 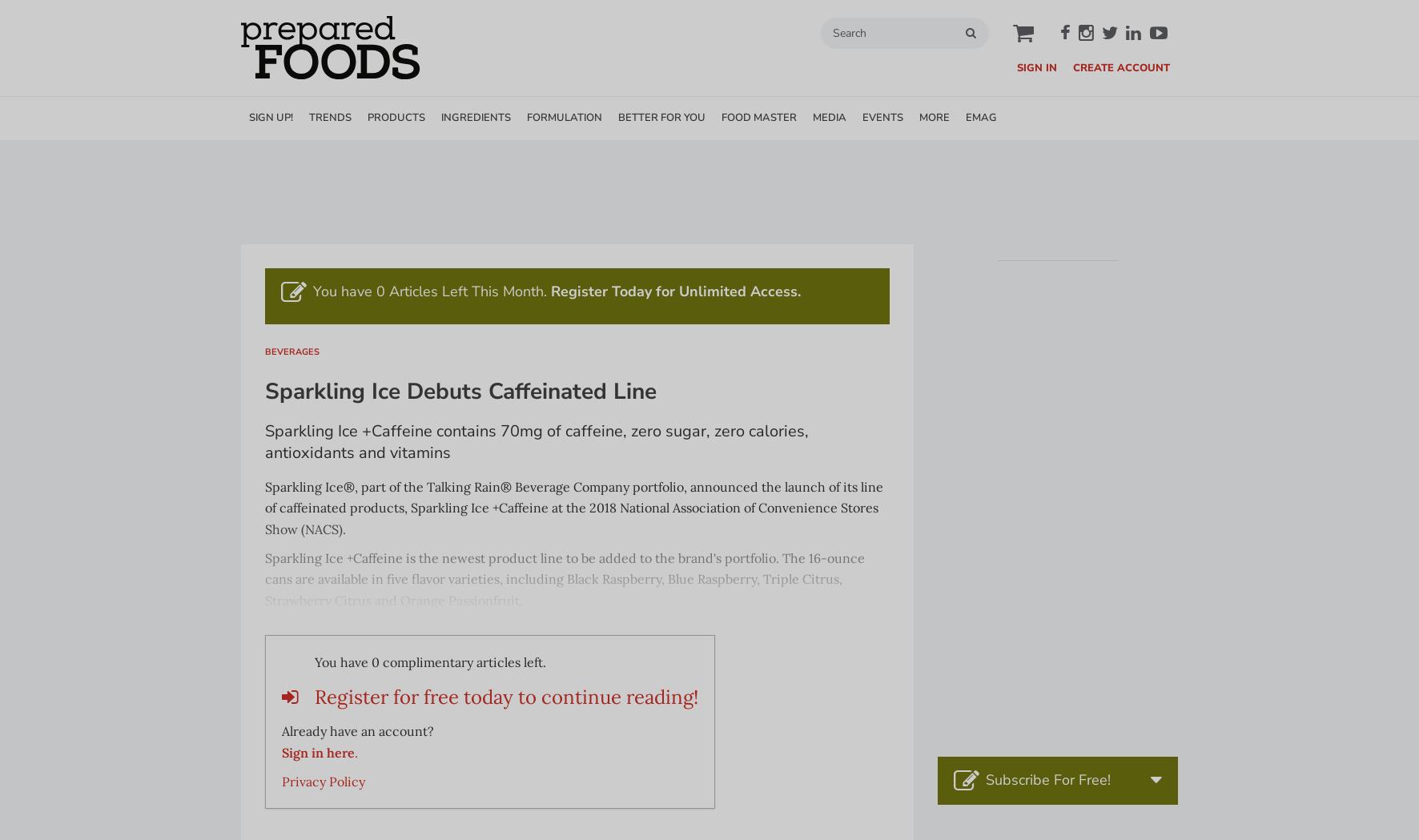 I want to click on 'Register for free today to continue reading!', so click(x=506, y=696).